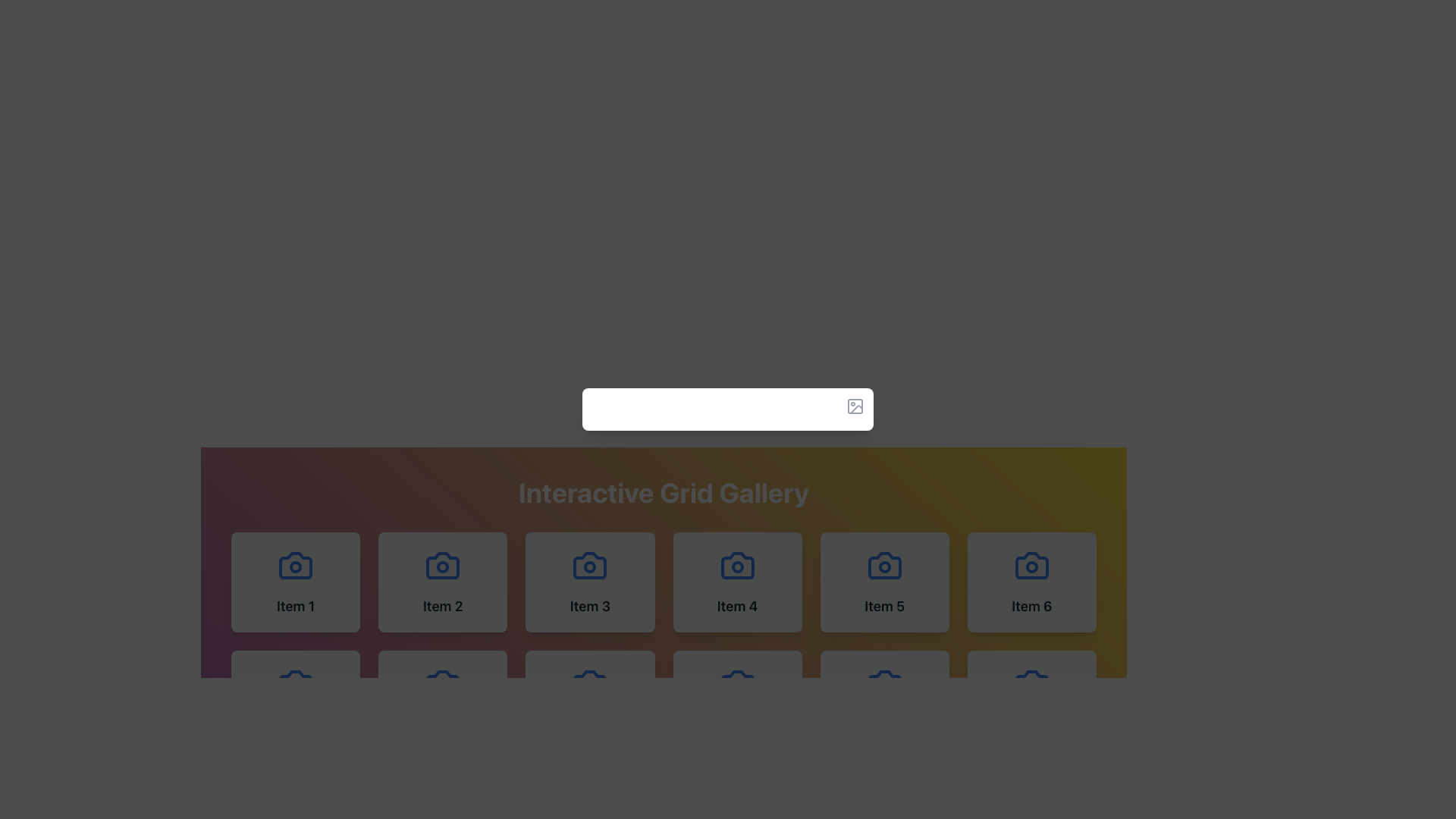  Describe the element at coordinates (664, 493) in the screenshot. I see `the Text Label (Header) that serves as the title for the section above the grid gallery` at that location.